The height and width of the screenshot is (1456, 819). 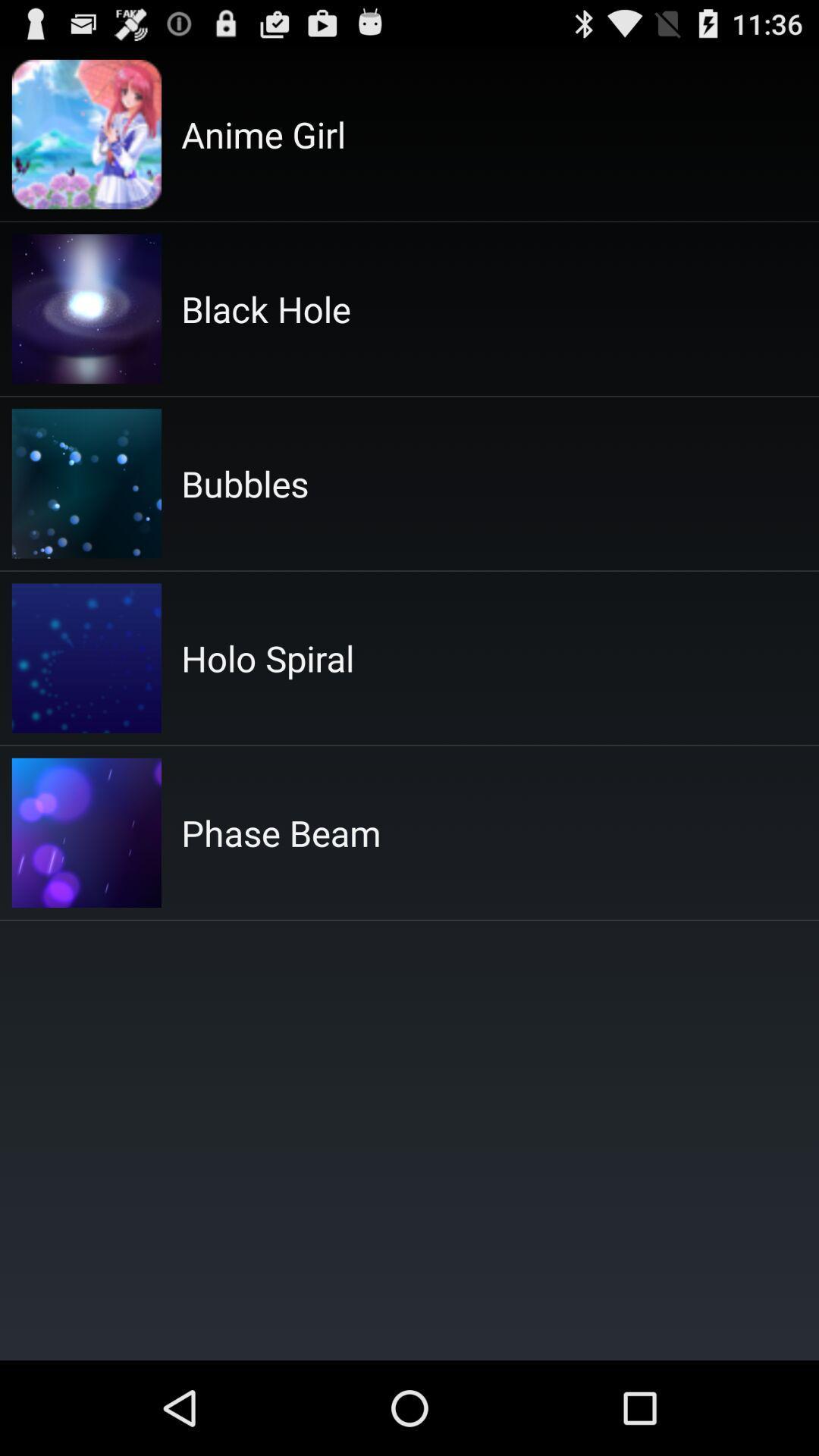 What do you see at coordinates (265, 308) in the screenshot?
I see `app below anime girl` at bounding box center [265, 308].